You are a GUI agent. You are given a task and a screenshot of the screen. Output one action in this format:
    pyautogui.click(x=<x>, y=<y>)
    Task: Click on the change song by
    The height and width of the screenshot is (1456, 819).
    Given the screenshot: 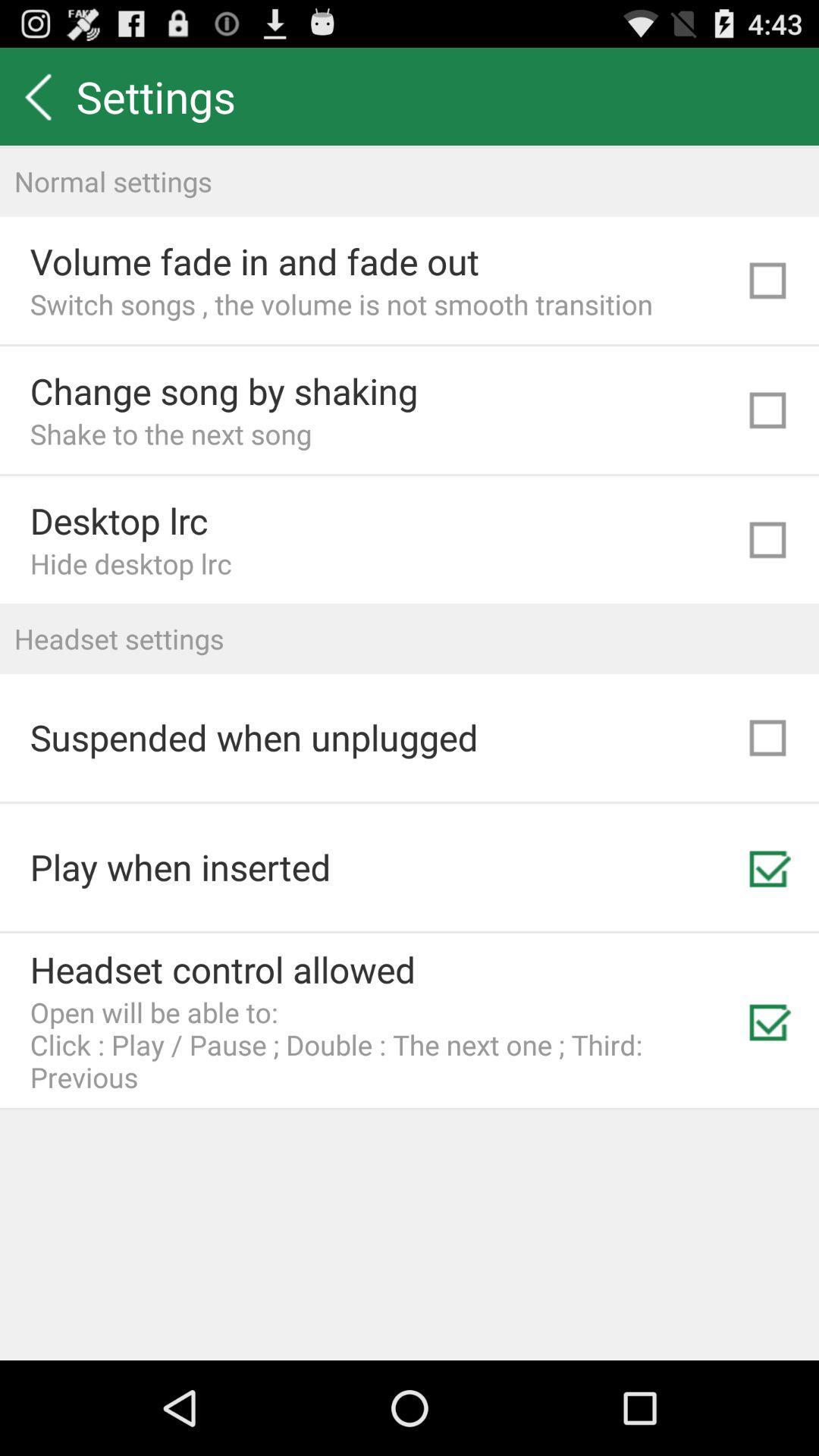 What is the action you would take?
    pyautogui.click(x=224, y=391)
    